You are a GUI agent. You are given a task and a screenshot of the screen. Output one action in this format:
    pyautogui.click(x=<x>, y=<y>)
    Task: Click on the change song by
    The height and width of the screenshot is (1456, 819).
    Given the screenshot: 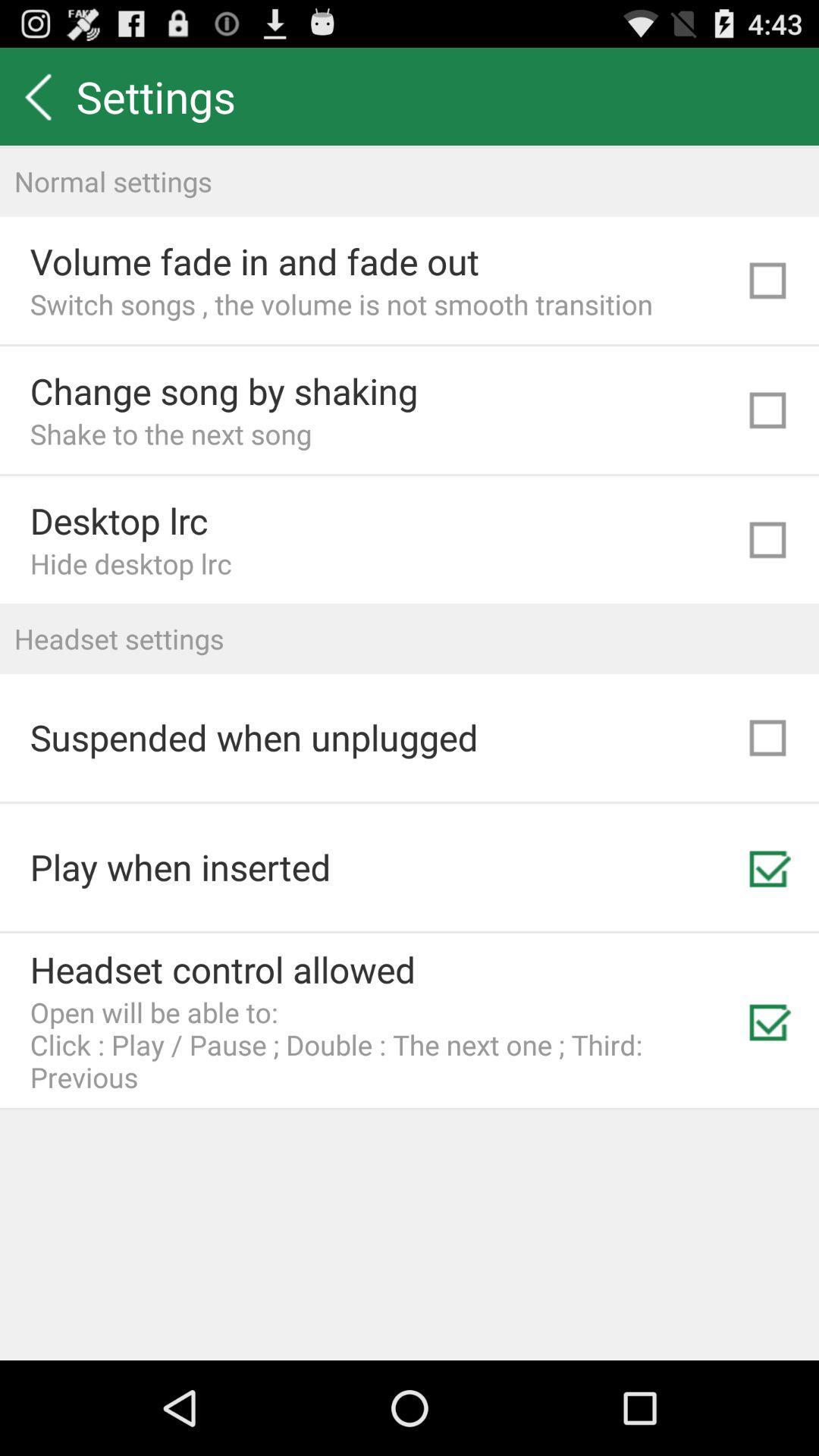 What is the action you would take?
    pyautogui.click(x=224, y=391)
    